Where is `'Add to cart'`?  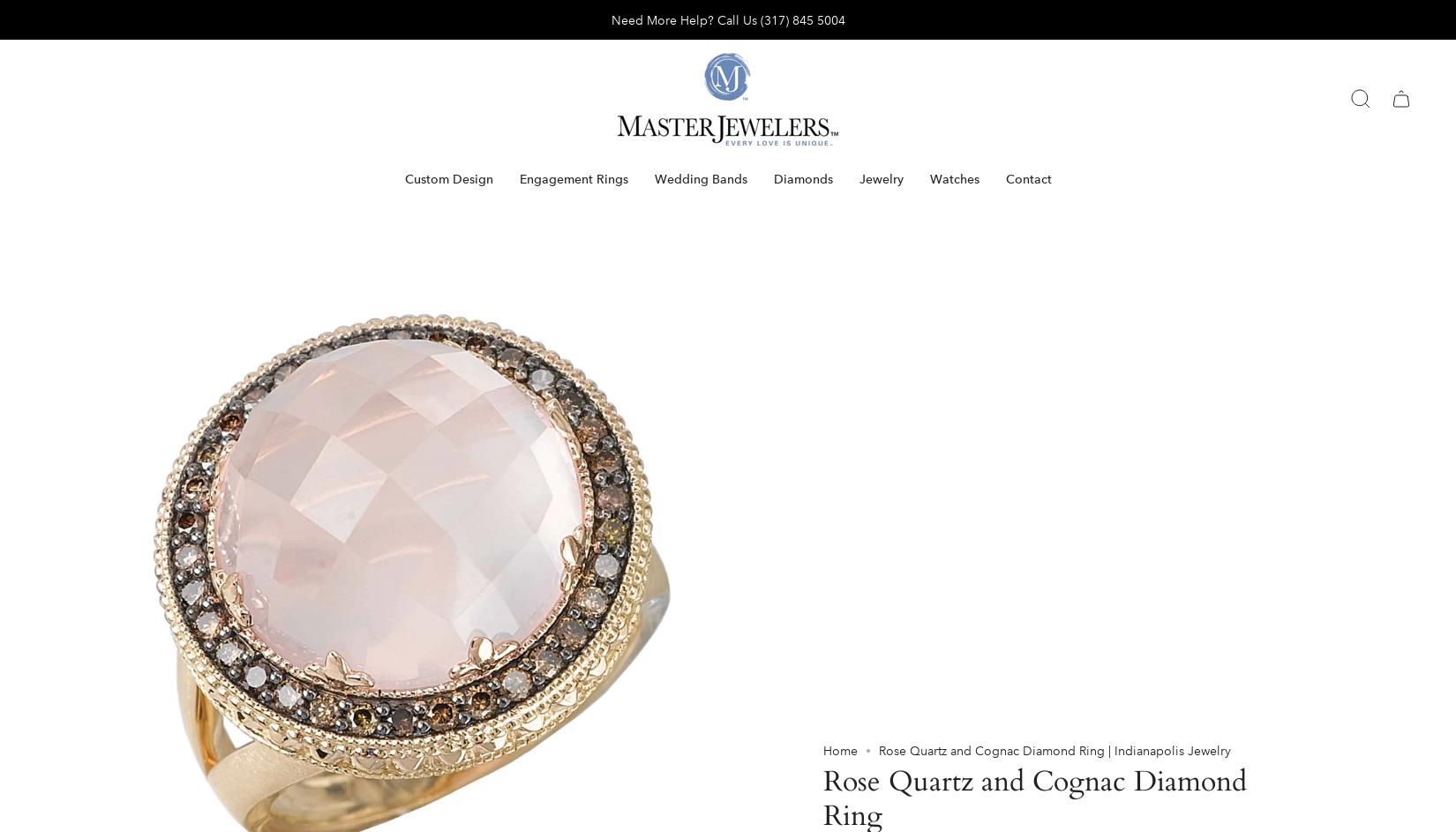 'Add to cart' is located at coordinates (1122, 206).